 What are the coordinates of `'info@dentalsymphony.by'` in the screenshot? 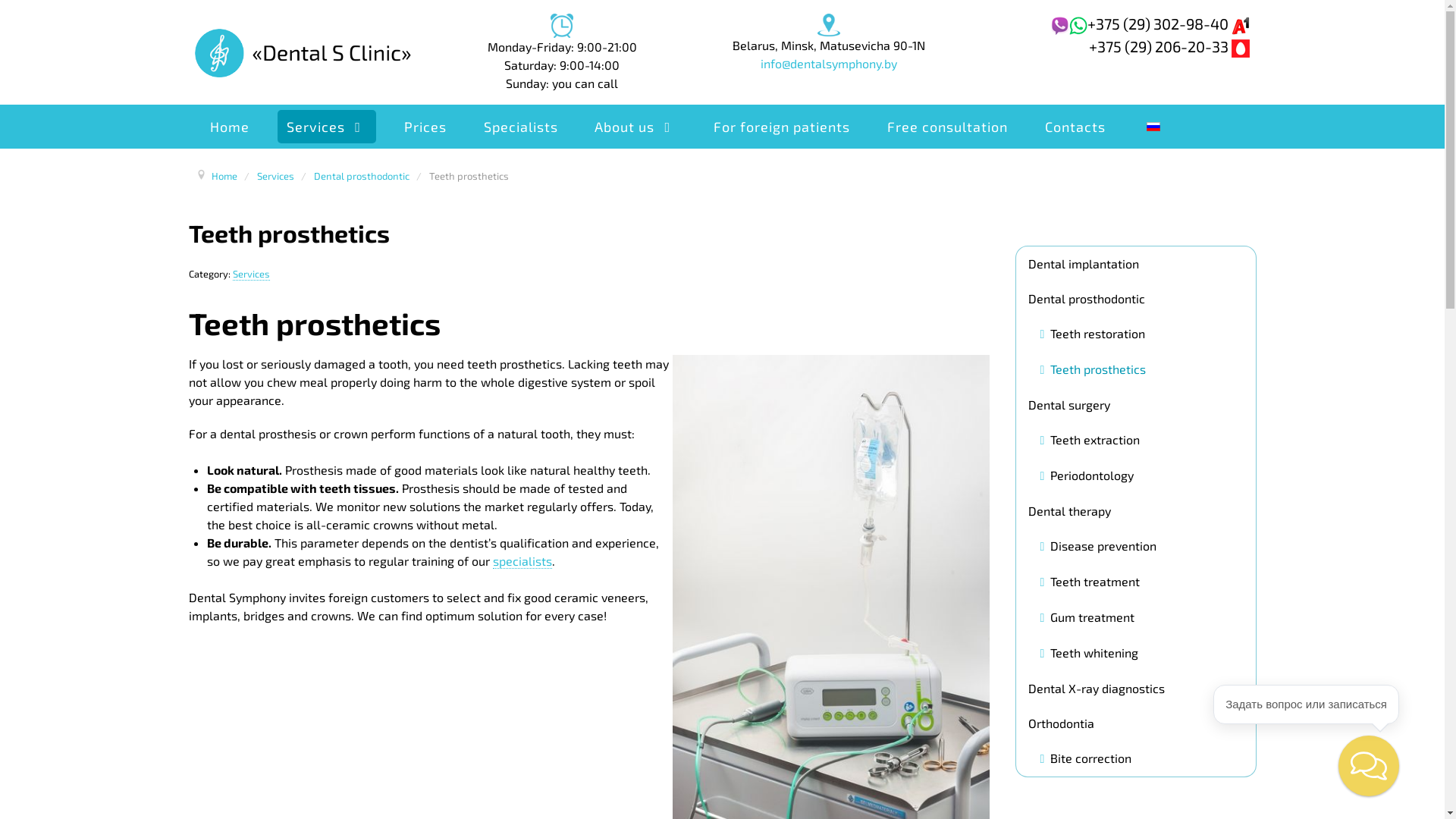 It's located at (828, 62).